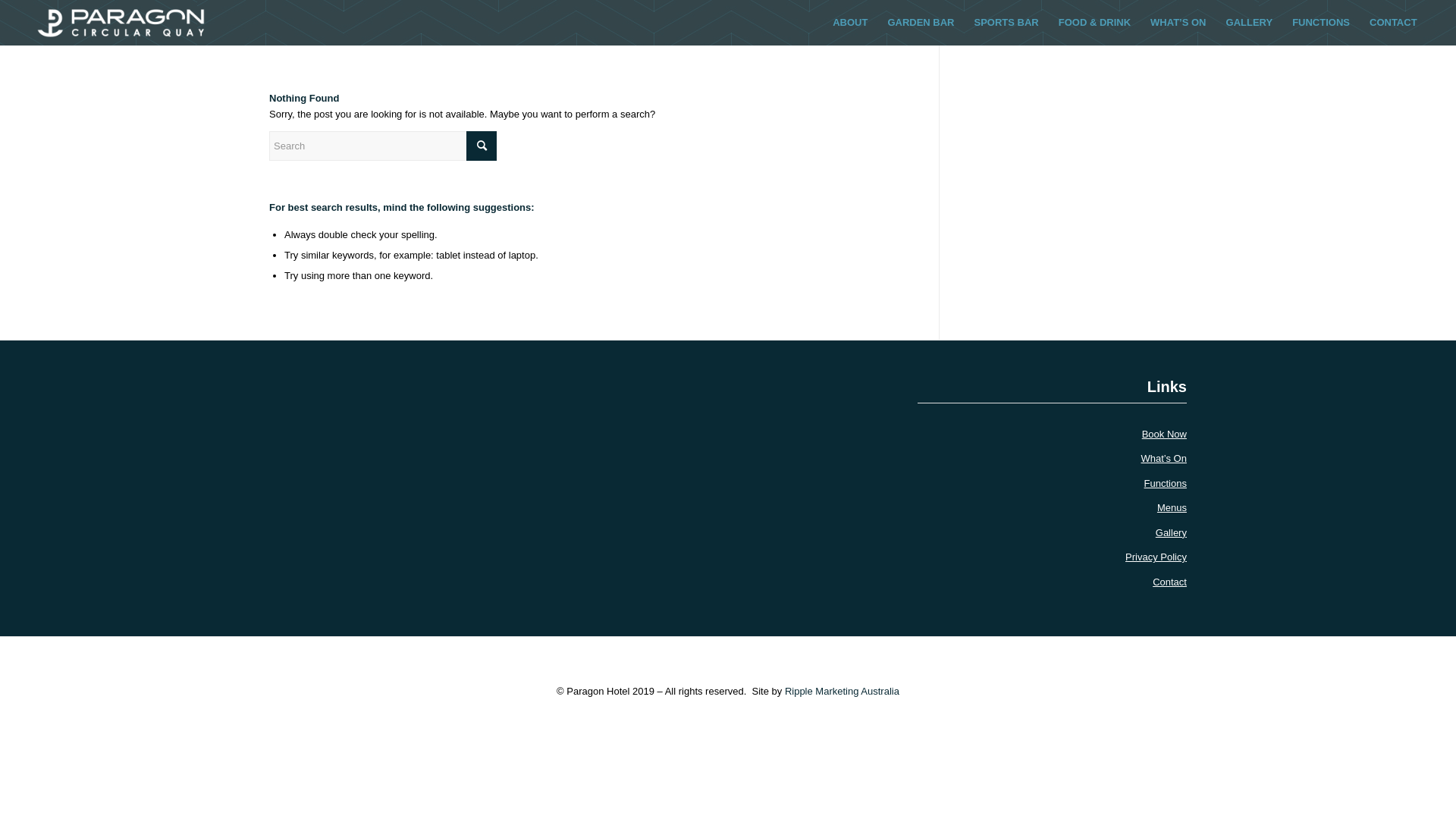  I want to click on 'Gallery', so click(1170, 532).